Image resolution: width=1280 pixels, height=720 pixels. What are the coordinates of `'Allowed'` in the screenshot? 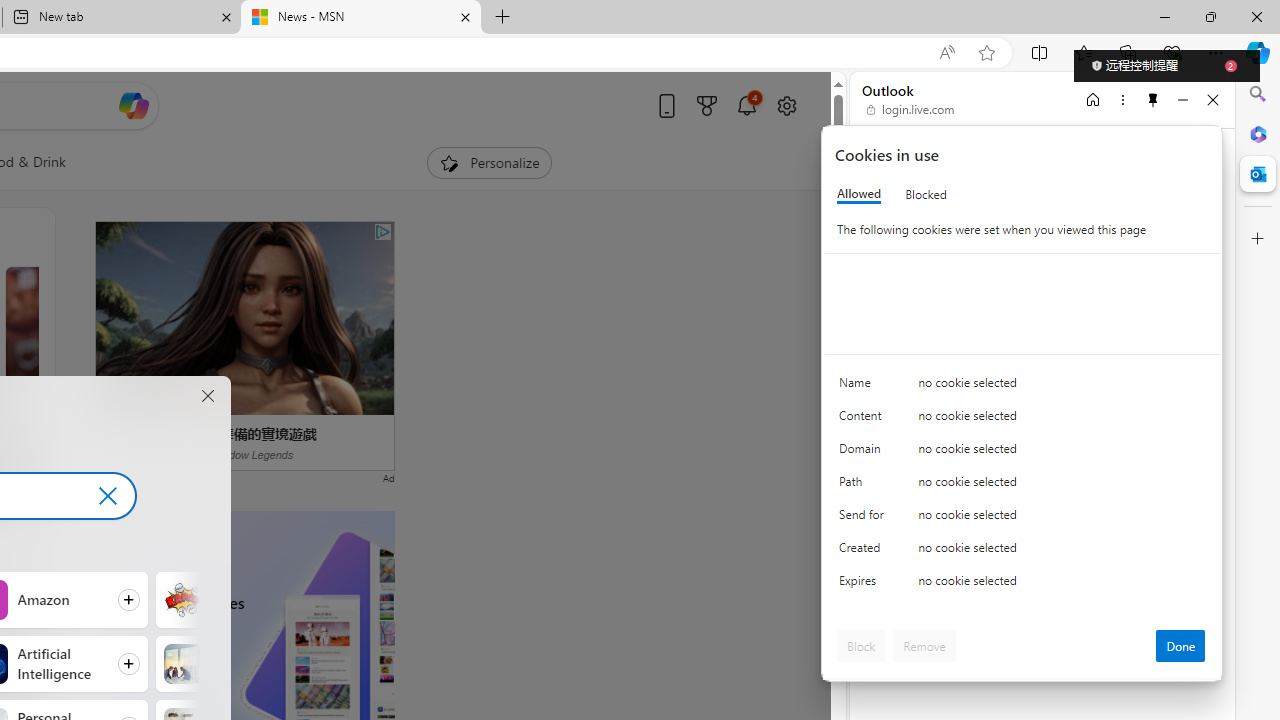 It's located at (859, 194).